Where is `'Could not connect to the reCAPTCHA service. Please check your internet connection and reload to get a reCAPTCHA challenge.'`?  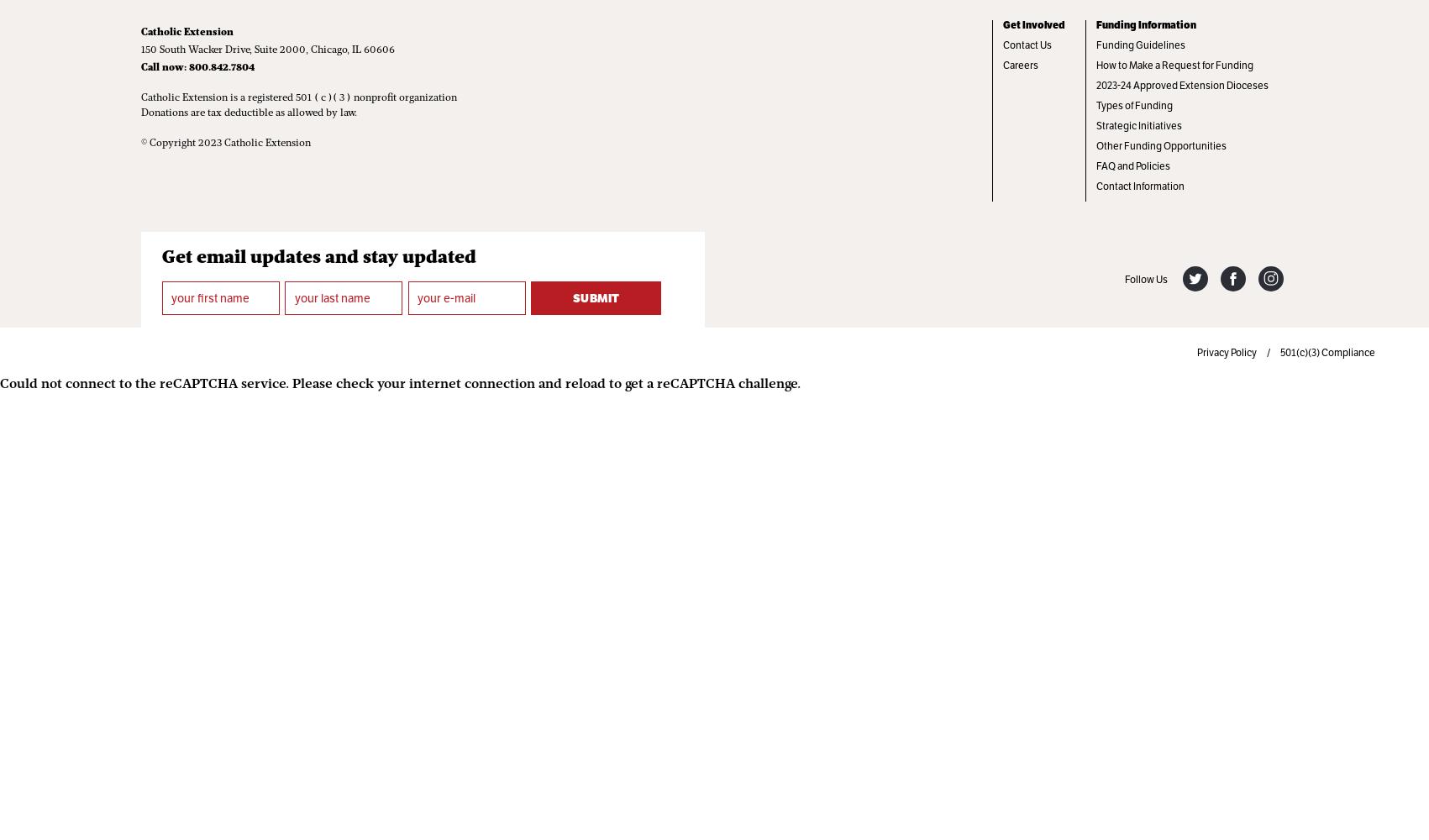
'Could not connect to the reCAPTCHA service. Please check your internet connection and reload to get a reCAPTCHA challenge.' is located at coordinates (399, 384).